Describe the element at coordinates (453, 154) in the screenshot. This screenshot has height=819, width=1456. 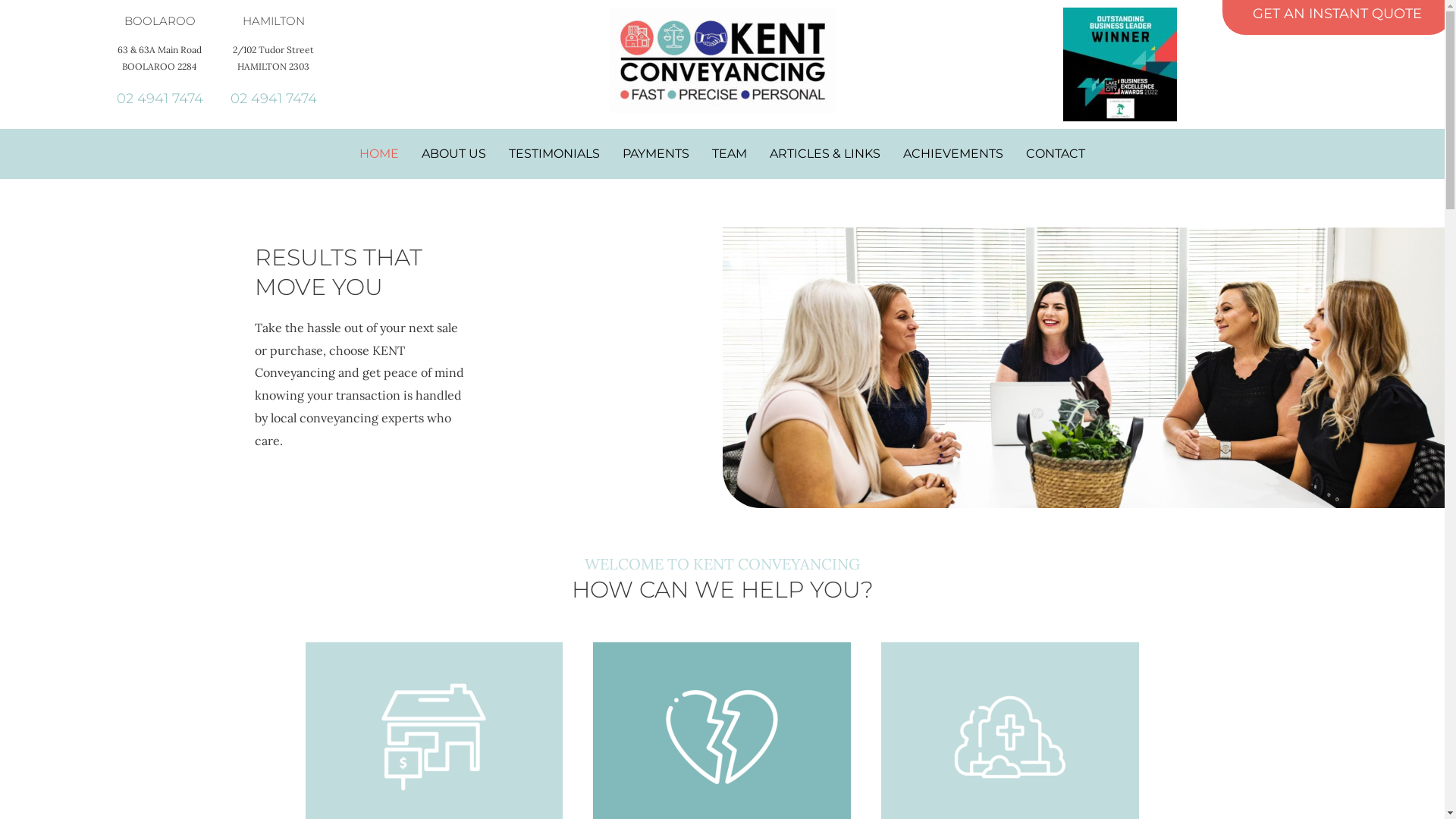
I see `'ABOUT US'` at that location.